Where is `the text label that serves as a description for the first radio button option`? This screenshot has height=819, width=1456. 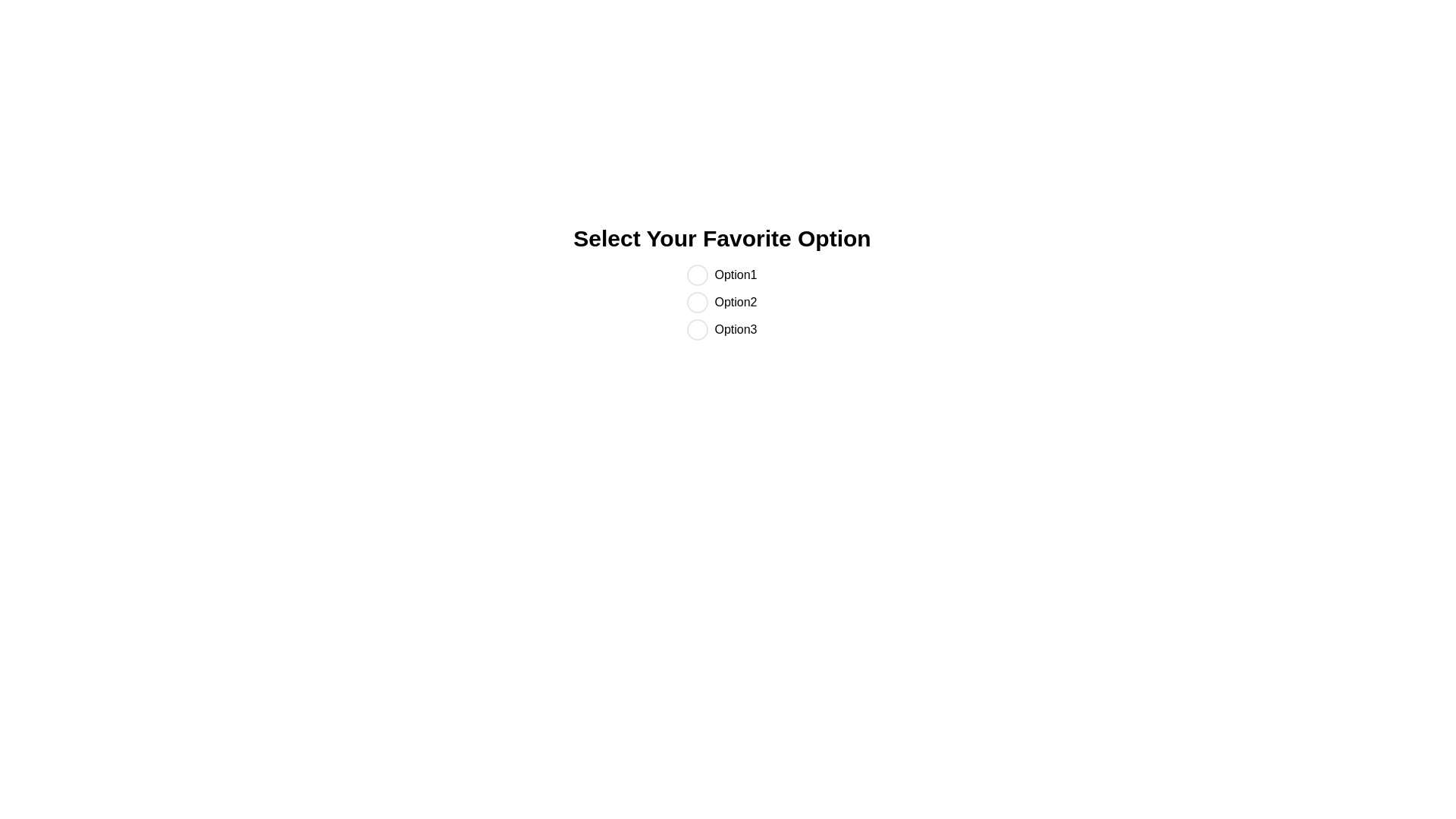
the text label that serves as a description for the first radio button option is located at coordinates (736, 275).